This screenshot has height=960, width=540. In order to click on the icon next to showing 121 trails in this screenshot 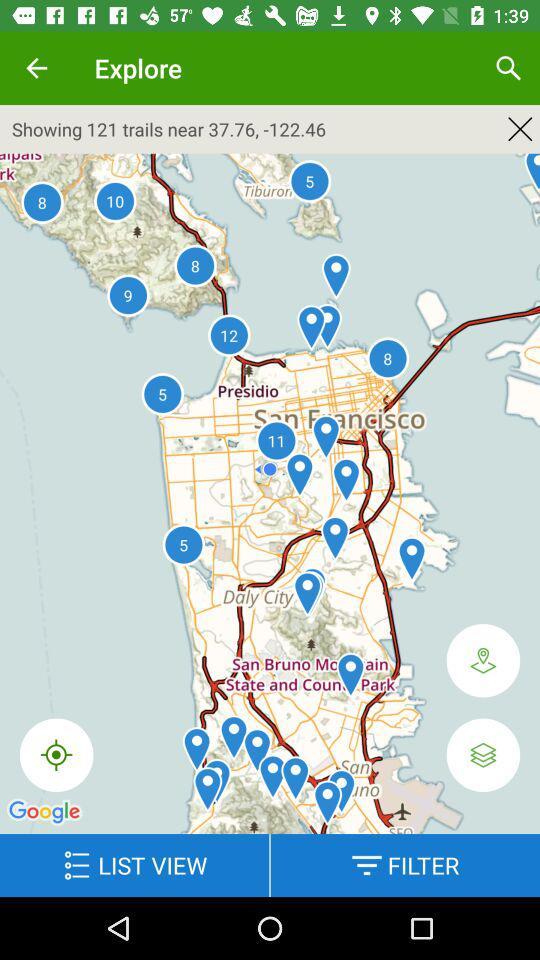, I will do `click(520, 128)`.